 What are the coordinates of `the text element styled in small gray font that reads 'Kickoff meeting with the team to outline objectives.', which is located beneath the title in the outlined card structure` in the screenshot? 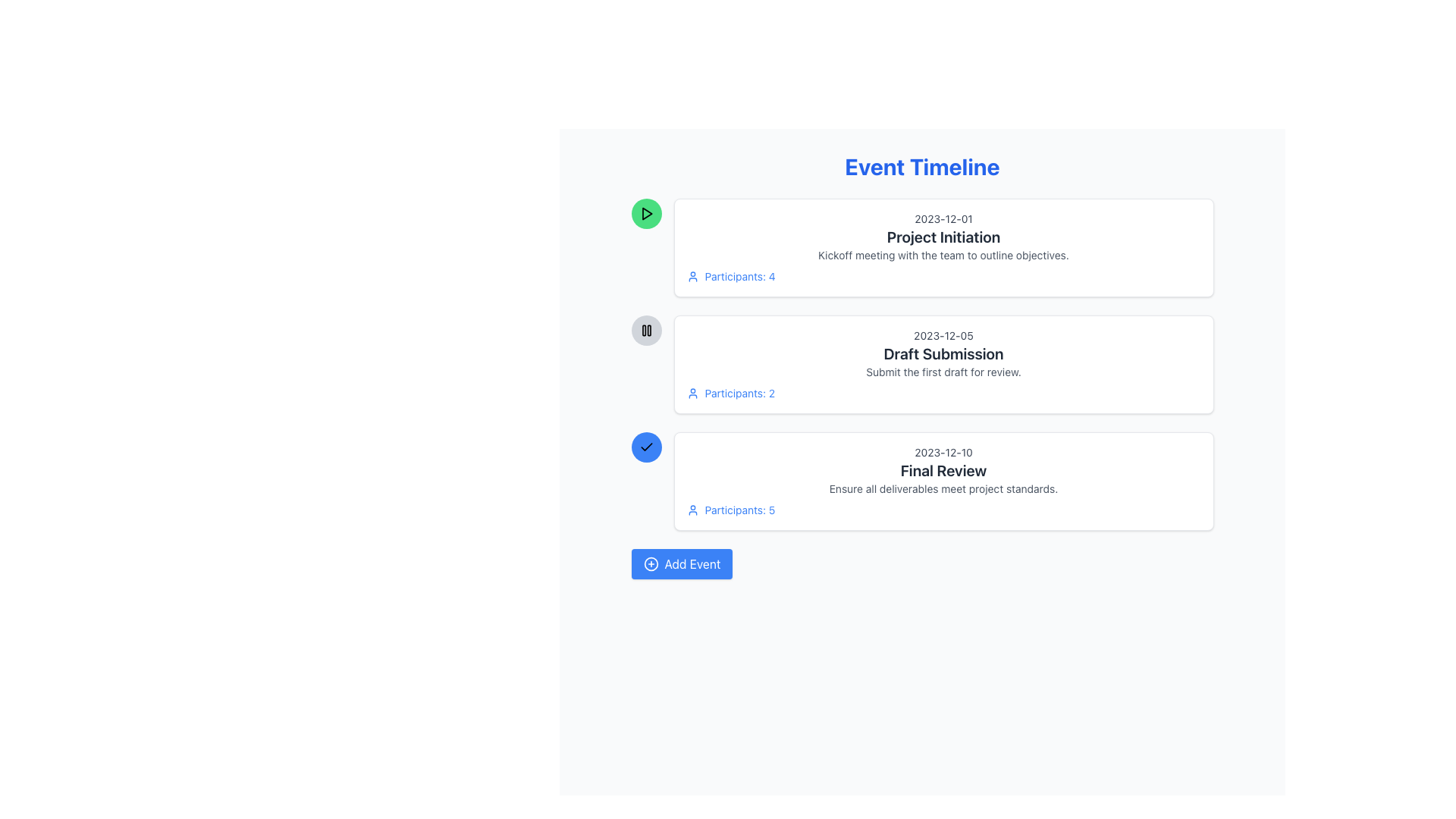 It's located at (943, 254).